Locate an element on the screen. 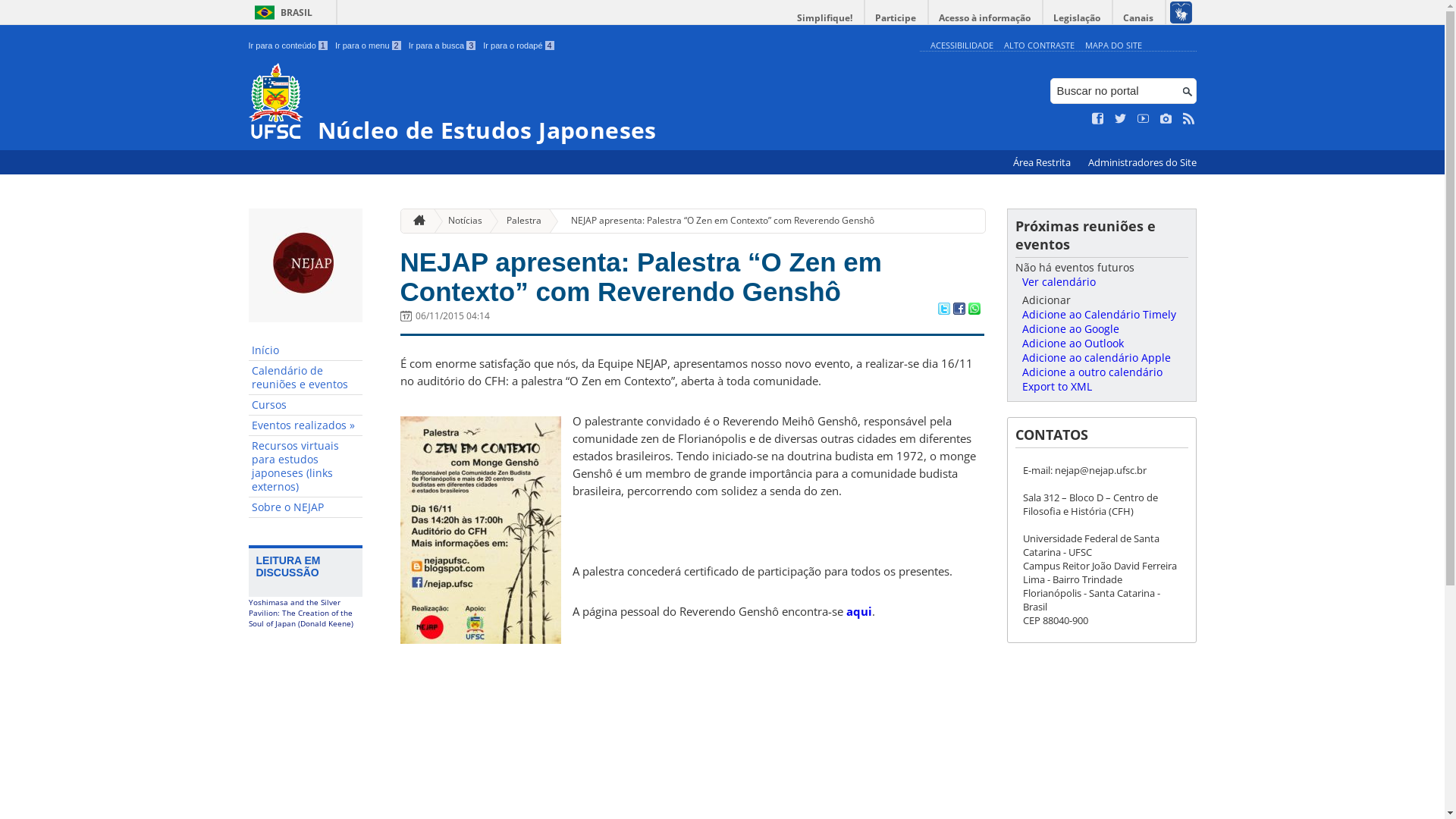 The width and height of the screenshot is (1456, 819). 'Palestra' is located at coordinates (517, 221).